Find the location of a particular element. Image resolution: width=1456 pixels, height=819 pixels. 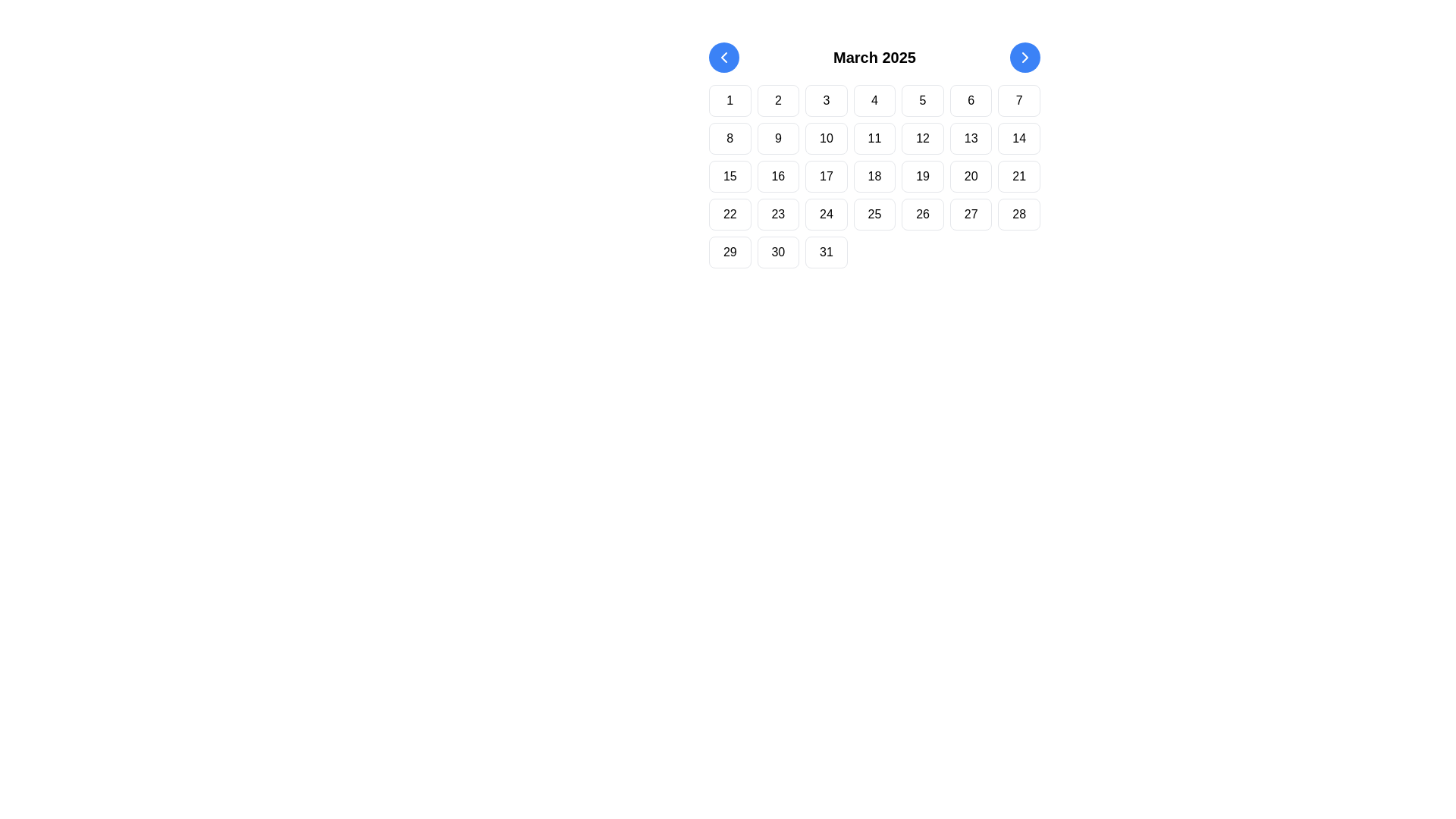

the Text Button representing the 20th day of the month in the calendar layout is located at coordinates (971, 175).